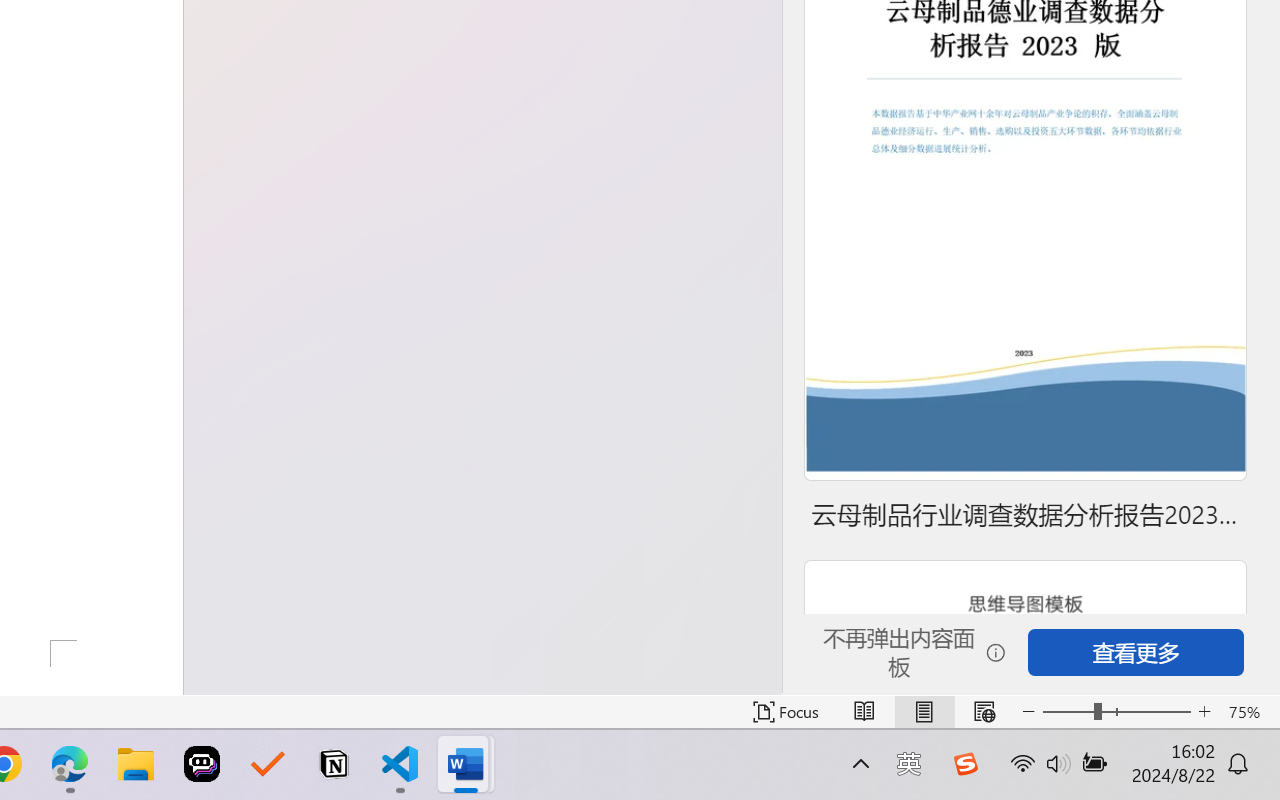 The width and height of the screenshot is (1280, 800). What do you see at coordinates (1115, 711) in the screenshot?
I see `'Zoom'` at bounding box center [1115, 711].